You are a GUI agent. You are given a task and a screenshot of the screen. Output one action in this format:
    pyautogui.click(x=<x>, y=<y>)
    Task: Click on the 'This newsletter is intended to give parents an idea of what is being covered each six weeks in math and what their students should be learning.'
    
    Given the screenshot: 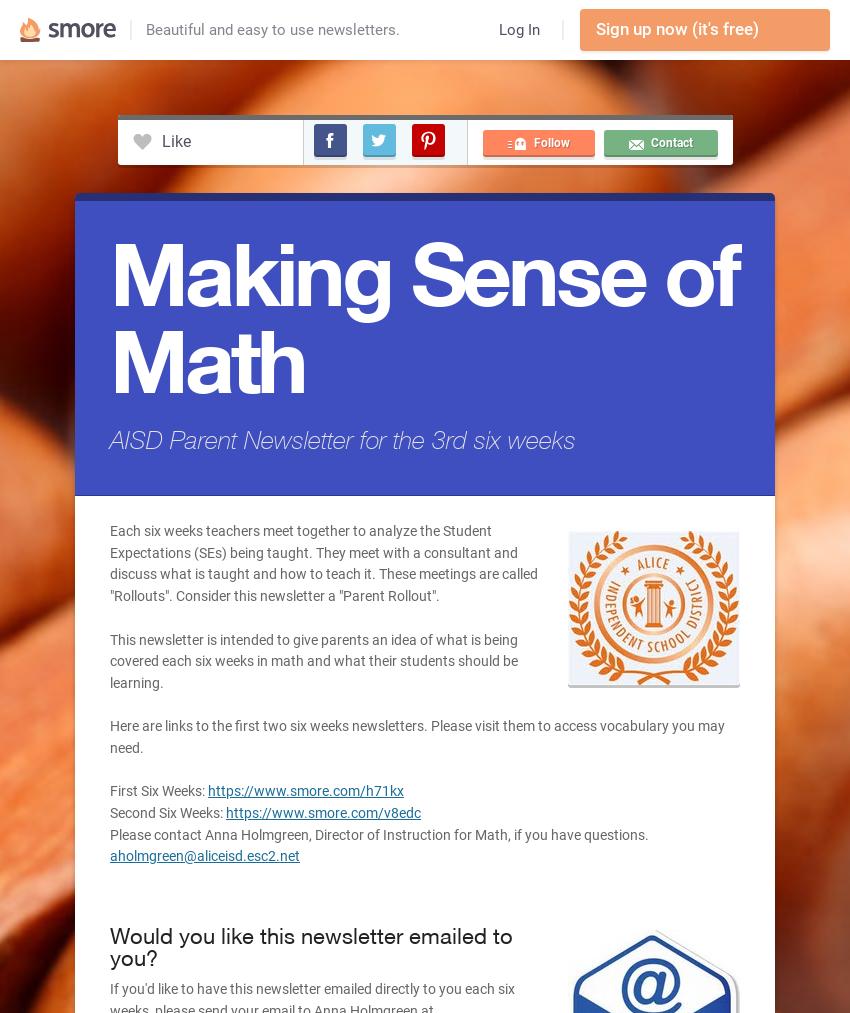 What is the action you would take?
    pyautogui.click(x=313, y=659)
    